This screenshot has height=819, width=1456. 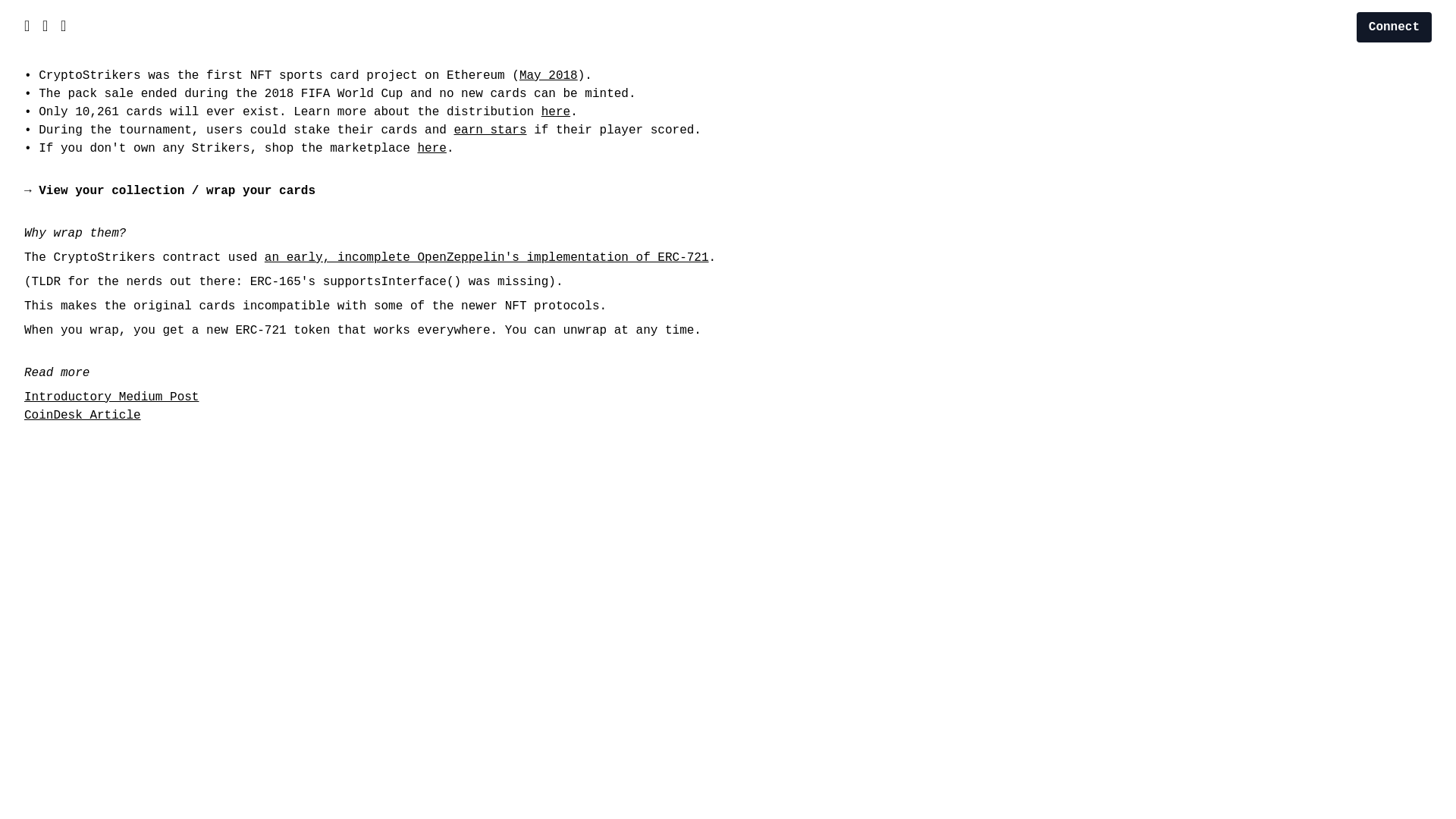 I want to click on 'CoinDesk Article', so click(x=24, y=415).